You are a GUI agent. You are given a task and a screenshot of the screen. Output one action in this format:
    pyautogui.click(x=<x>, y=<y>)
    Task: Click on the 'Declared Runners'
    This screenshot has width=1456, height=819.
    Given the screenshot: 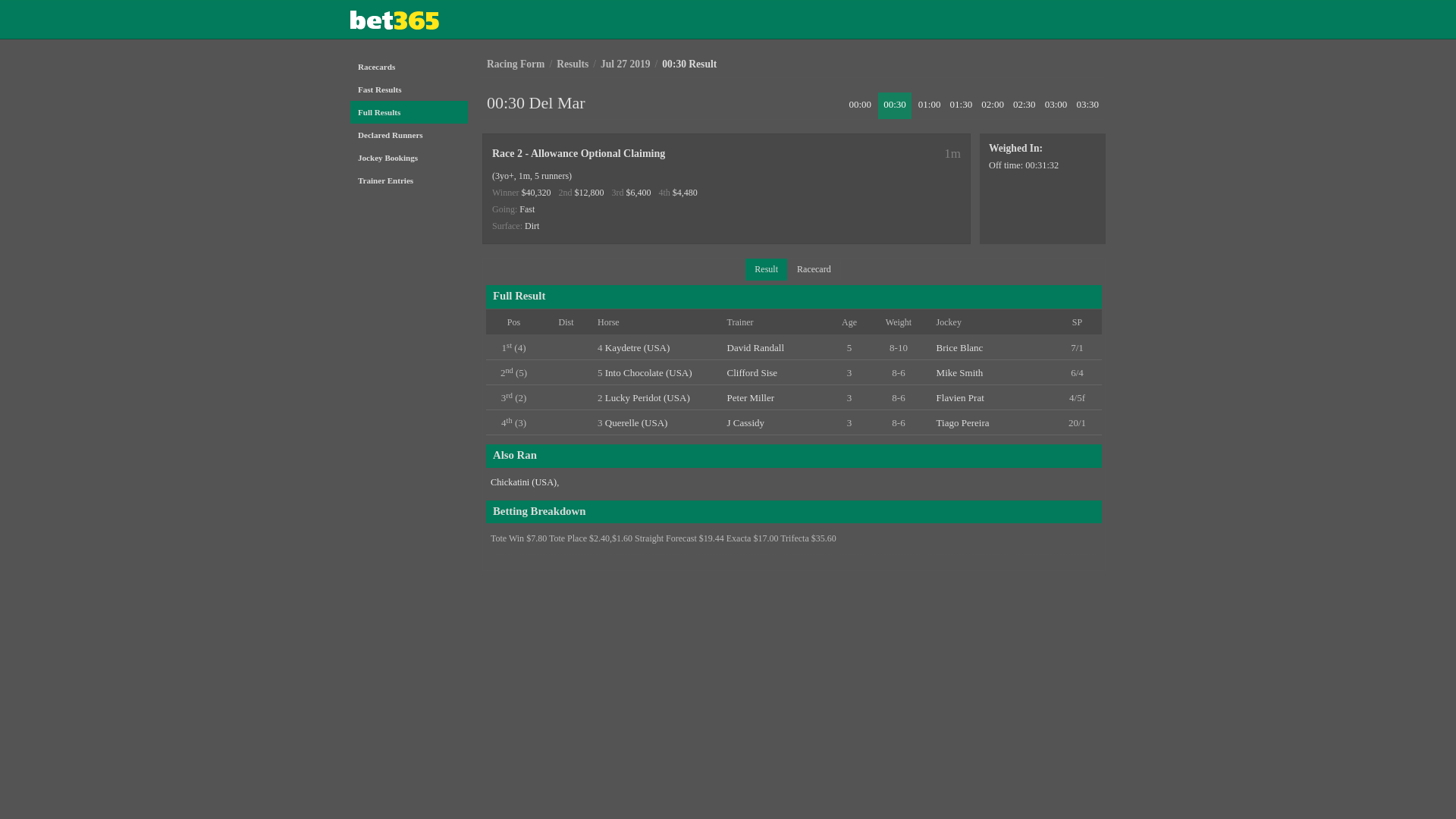 What is the action you would take?
    pyautogui.click(x=409, y=133)
    